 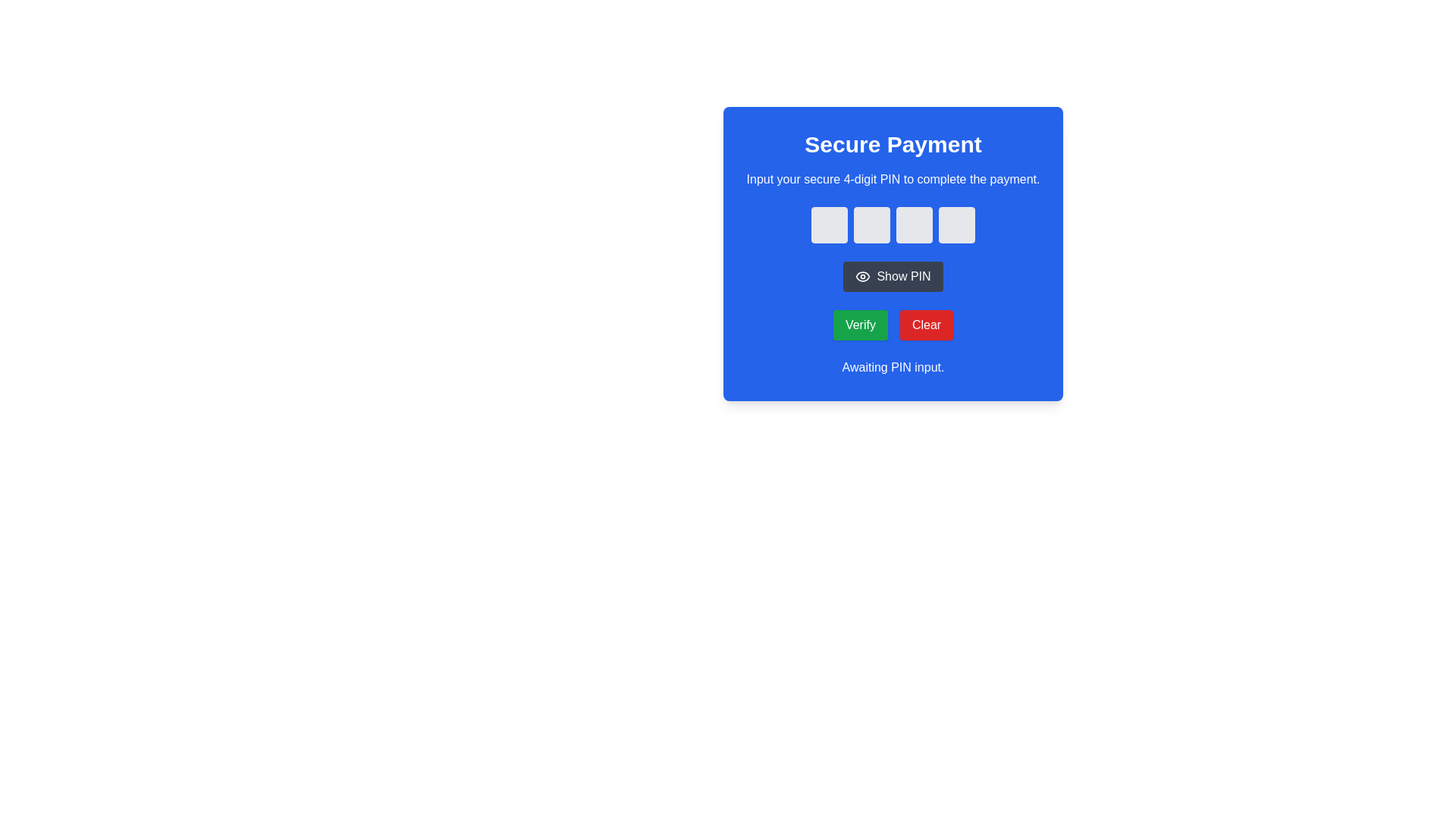 What do you see at coordinates (903, 277) in the screenshot?
I see `the text label within the button that toggles the visibility of the PIN input field` at bounding box center [903, 277].